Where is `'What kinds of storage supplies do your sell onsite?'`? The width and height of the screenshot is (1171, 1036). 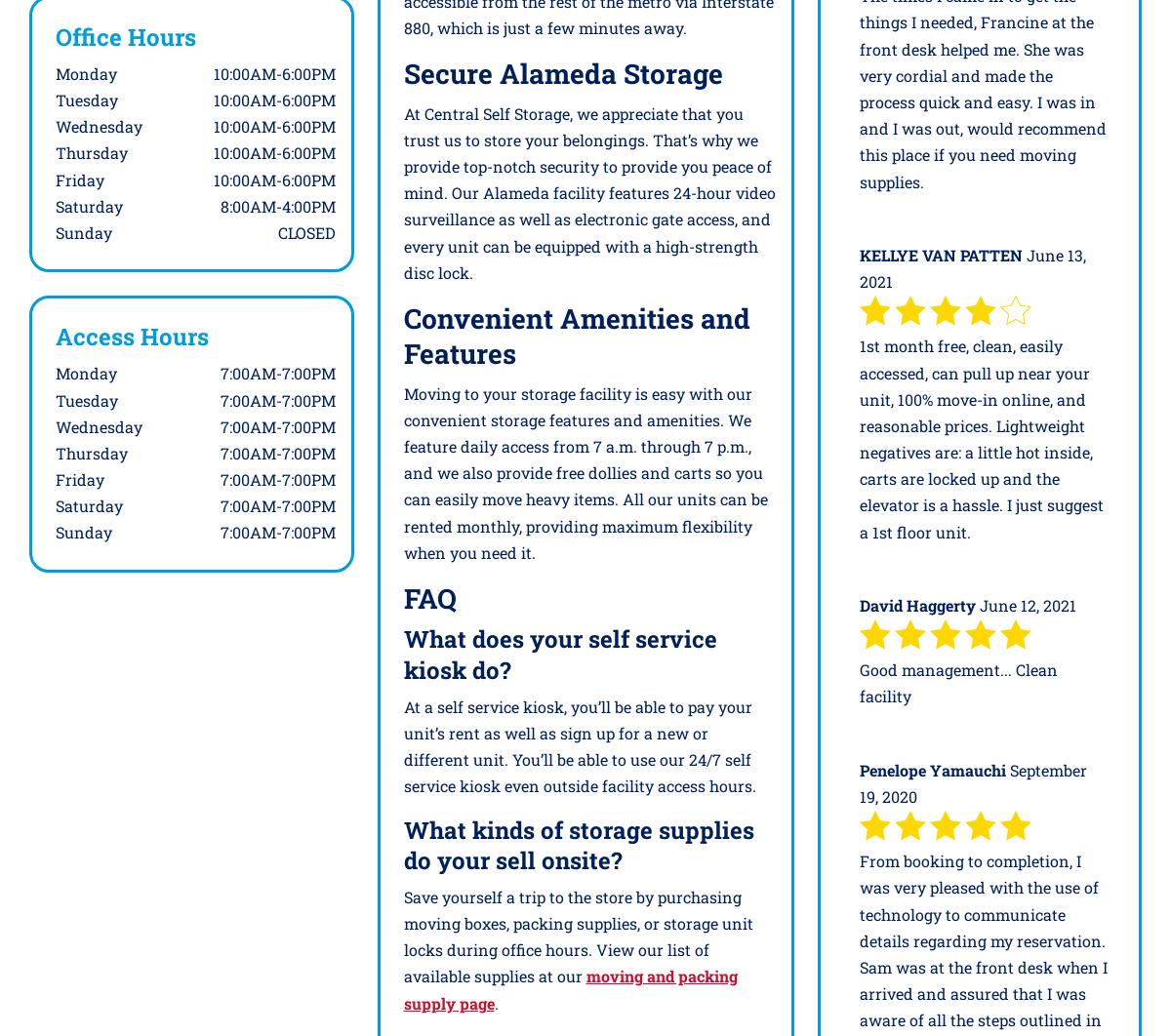
'What kinds of storage supplies do your sell onsite?' is located at coordinates (577, 843).